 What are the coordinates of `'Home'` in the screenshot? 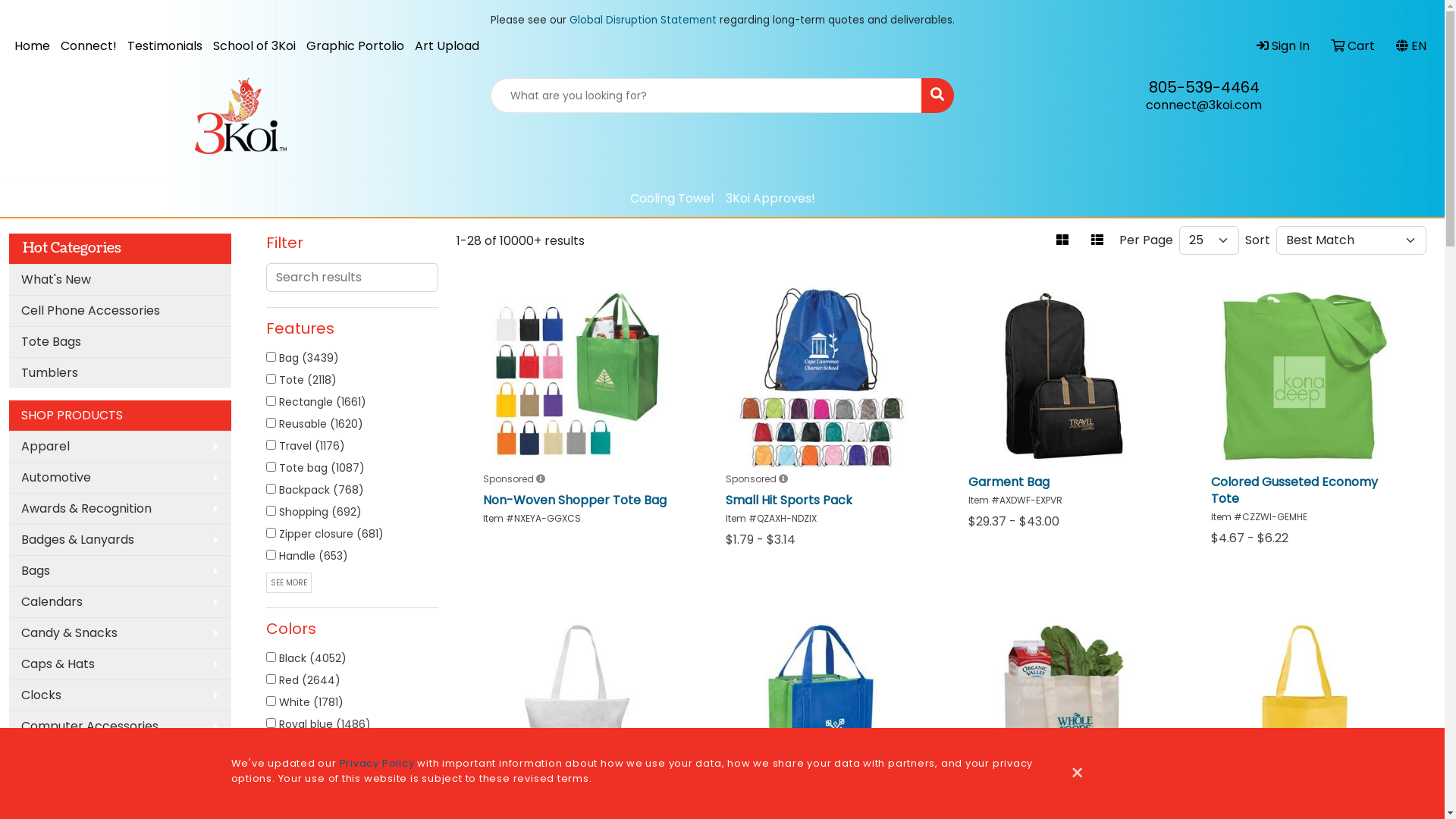 It's located at (32, 45).